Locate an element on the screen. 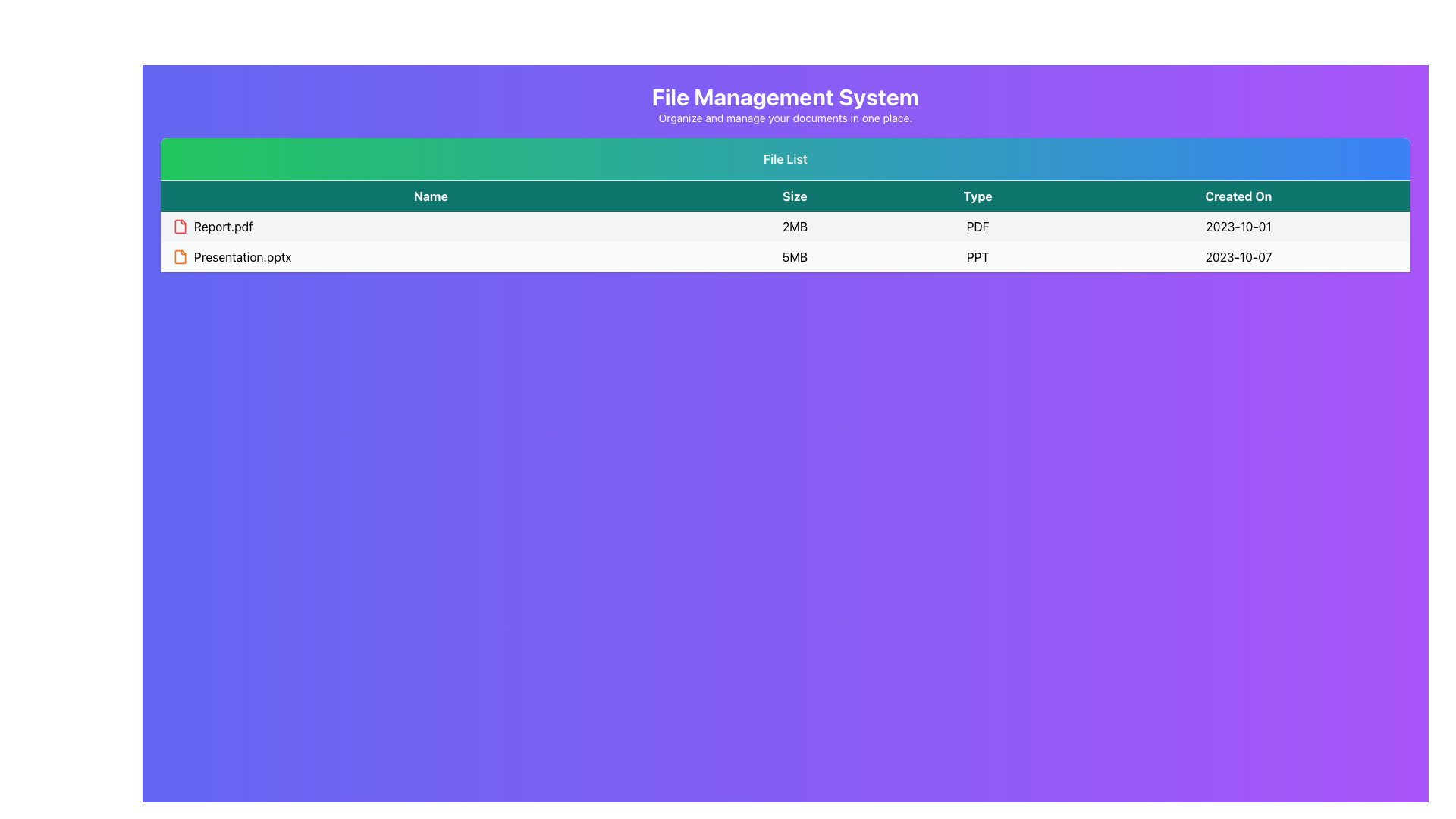 This screenshot has height=819, width=1456. displayed details of the text block containing 'File Management System' and its description 'Organize and manage your documents in one place.' is located at coordinates (786, 104).